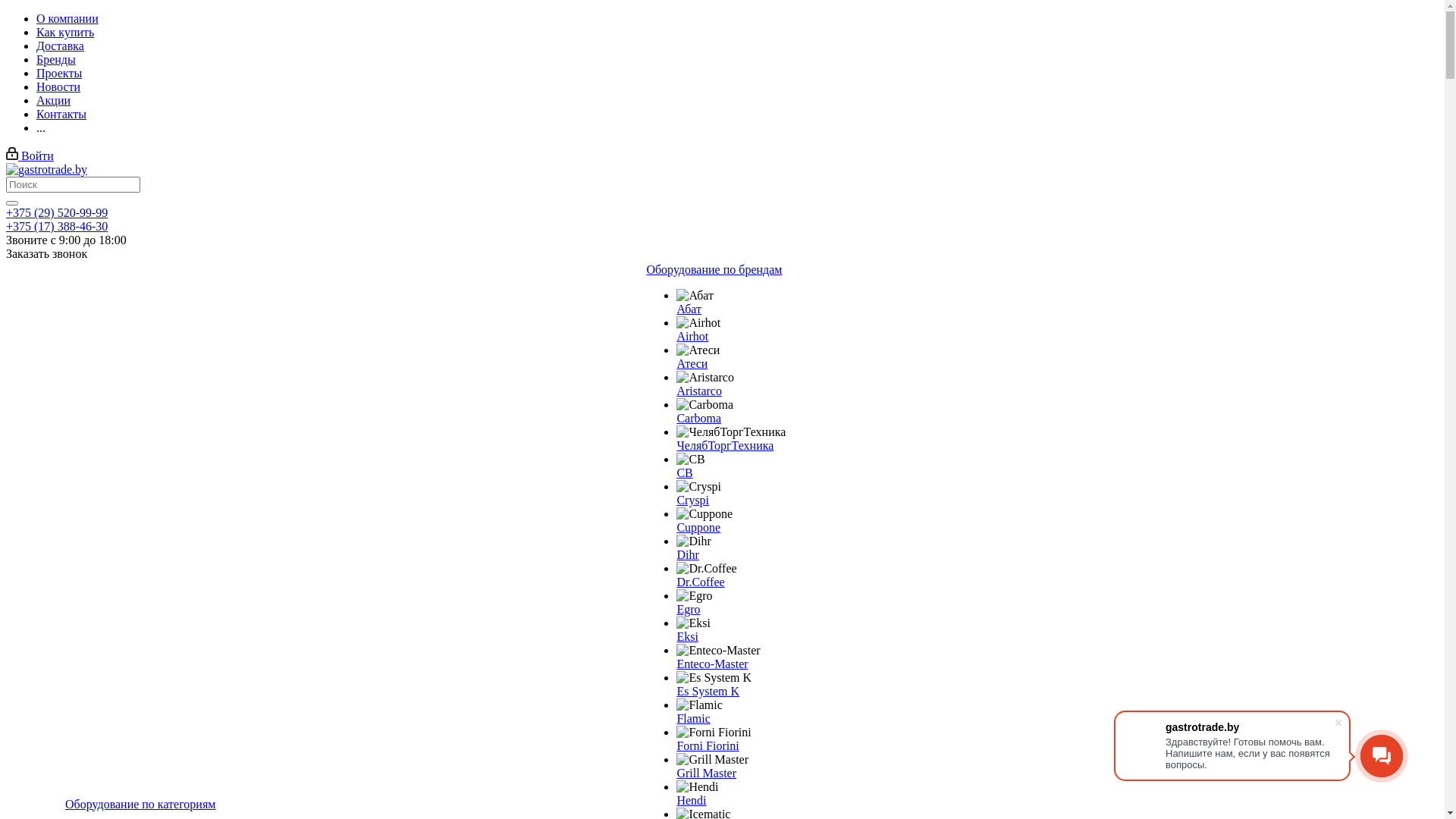 This screenshot has width=1456, height=819. I want to click on 'Dihr', so click(692, 540).